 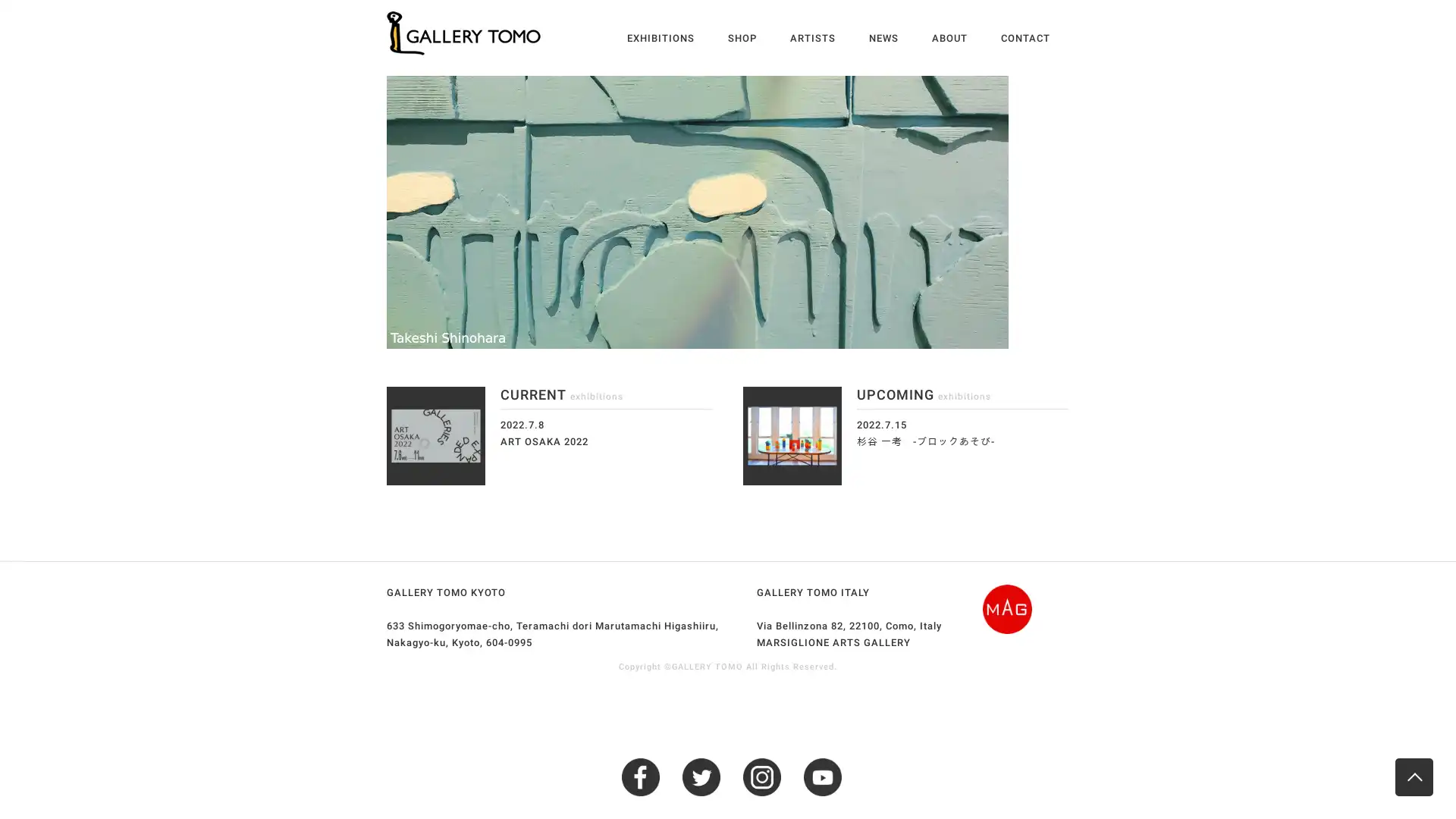 I want to click on Previous, so click(x=375, y=212).